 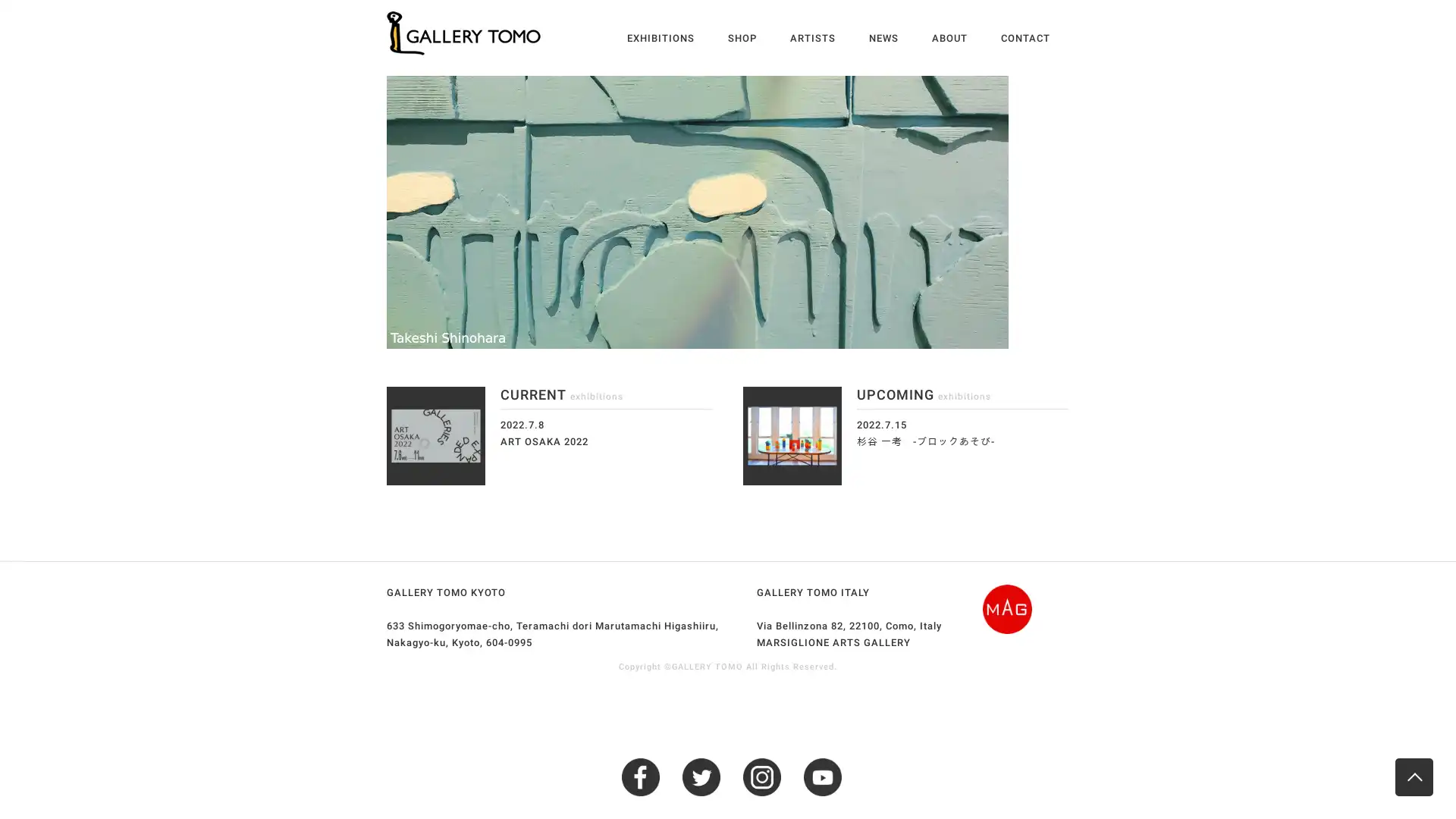 I want to click on Previous, so click(x=375, y=212).